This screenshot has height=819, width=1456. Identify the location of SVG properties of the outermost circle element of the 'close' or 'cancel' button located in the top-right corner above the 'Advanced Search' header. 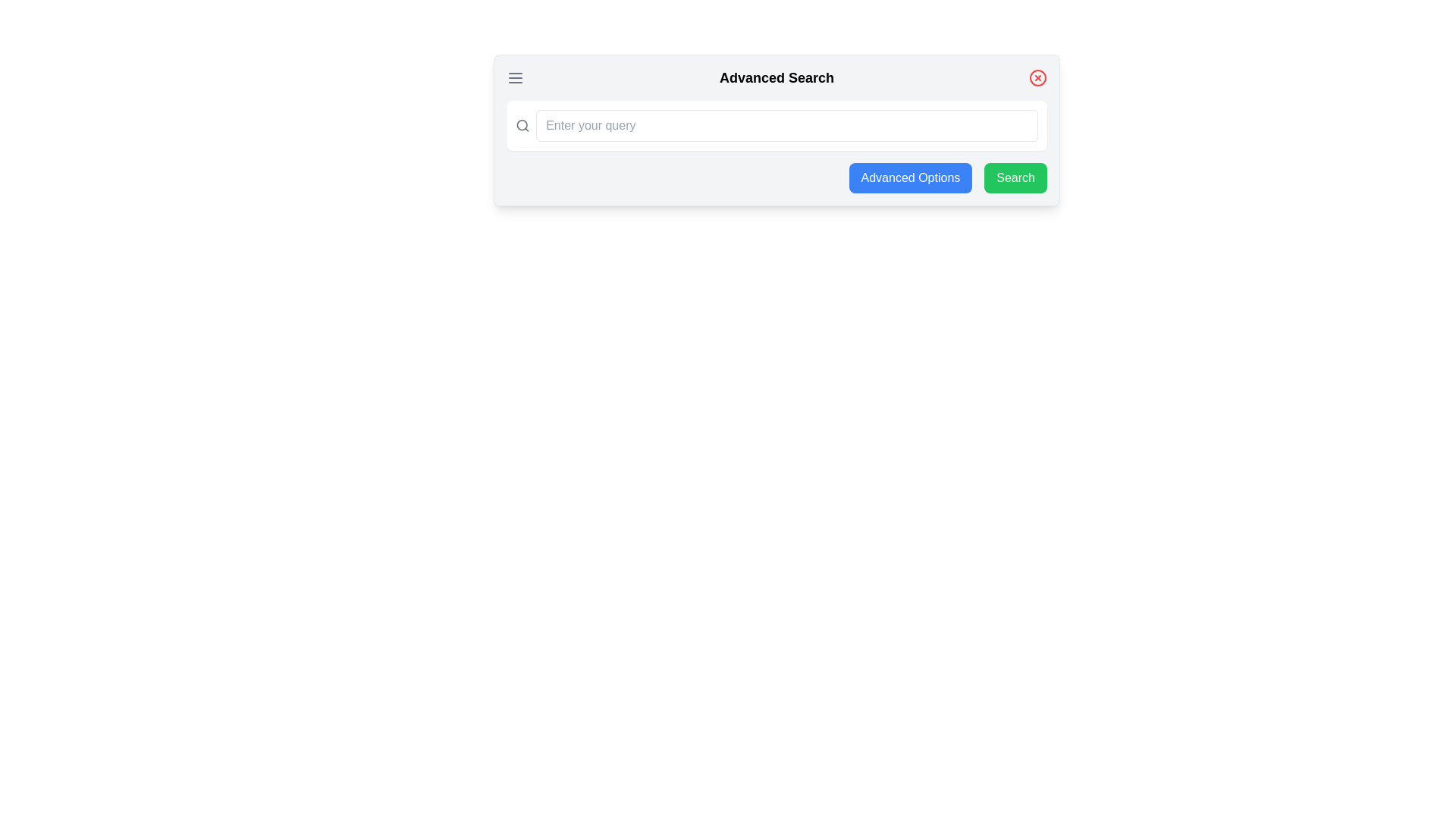
(1037, 78).